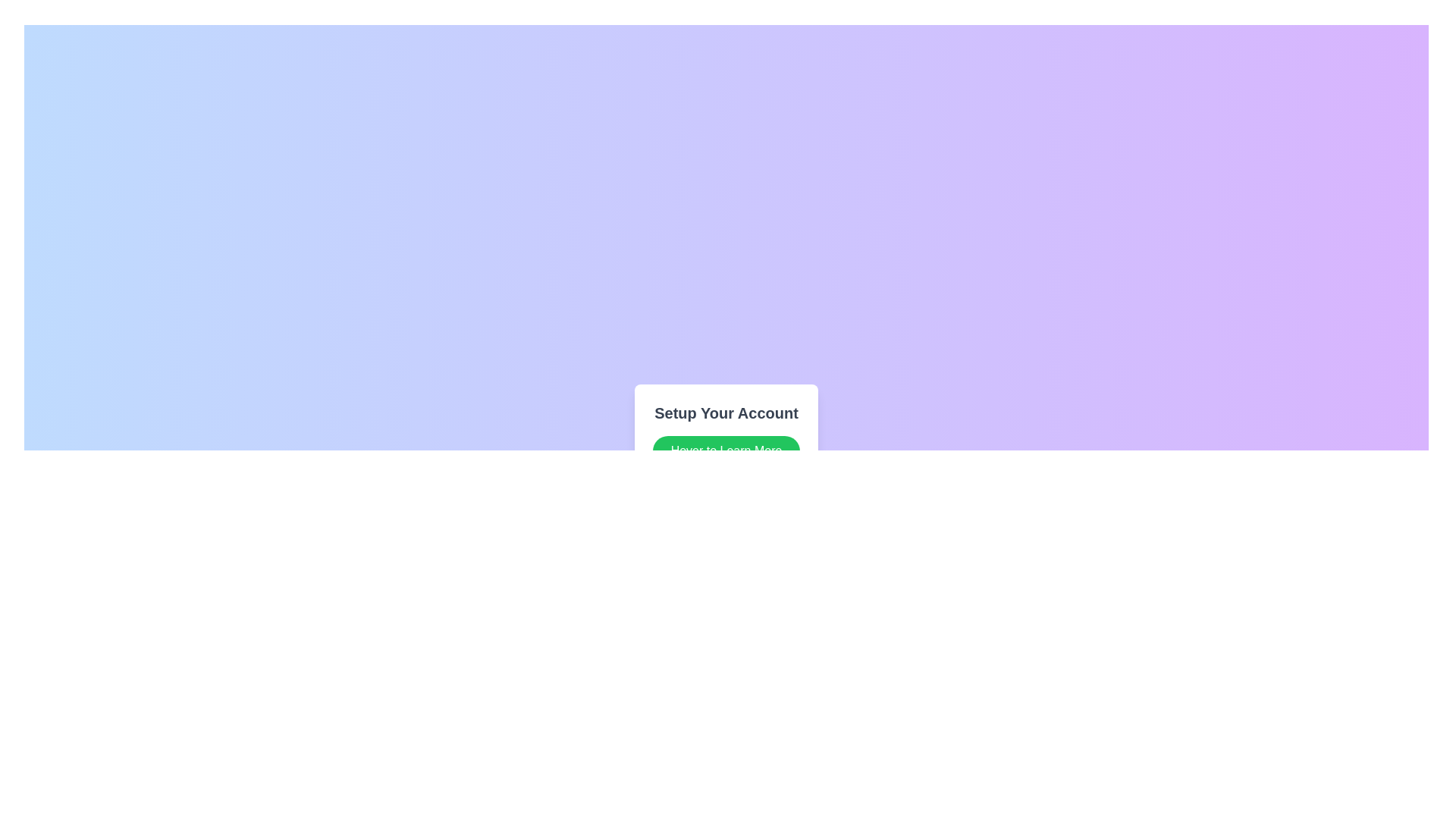 The width and height of the screenshot is (1456, 819). I want to click on the second button under the heading 'Setup Your Account' to provide additional information about the account setup process, so click(726, 435).